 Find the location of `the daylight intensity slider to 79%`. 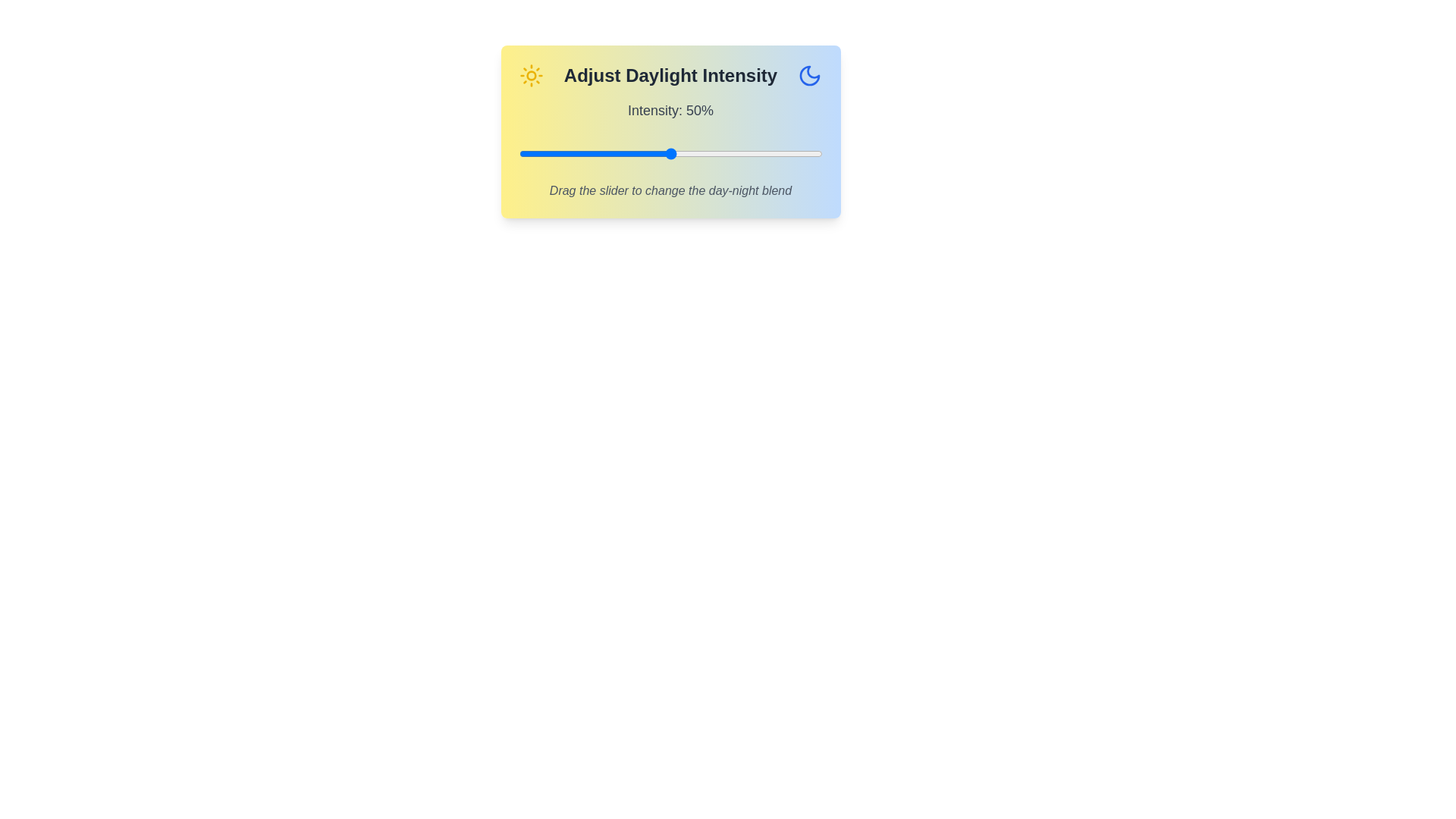

the daylight intensity slider to 79% is located at coordinates (758, 154).